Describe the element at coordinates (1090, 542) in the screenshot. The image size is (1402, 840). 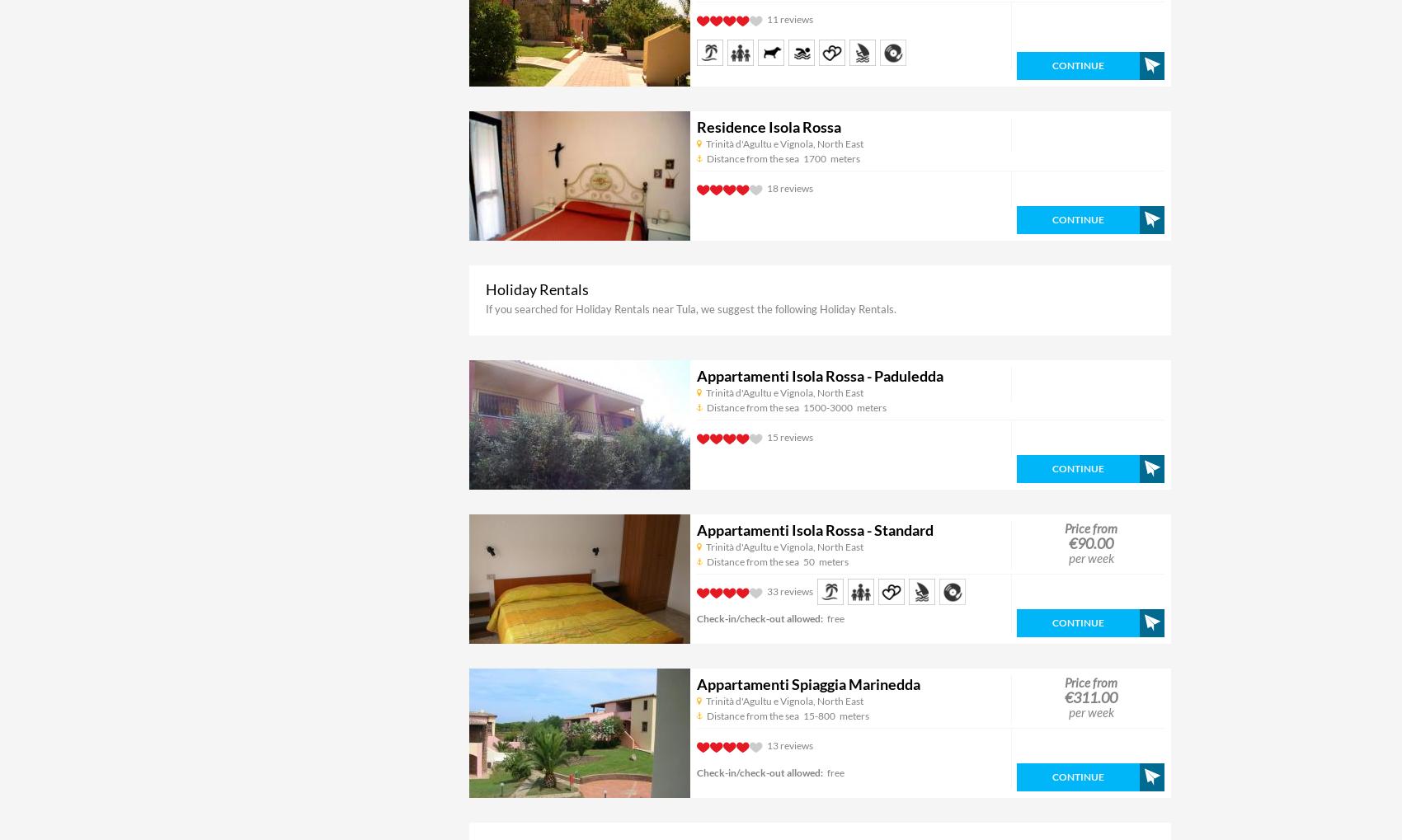
I see `'€90.00'` at that location.